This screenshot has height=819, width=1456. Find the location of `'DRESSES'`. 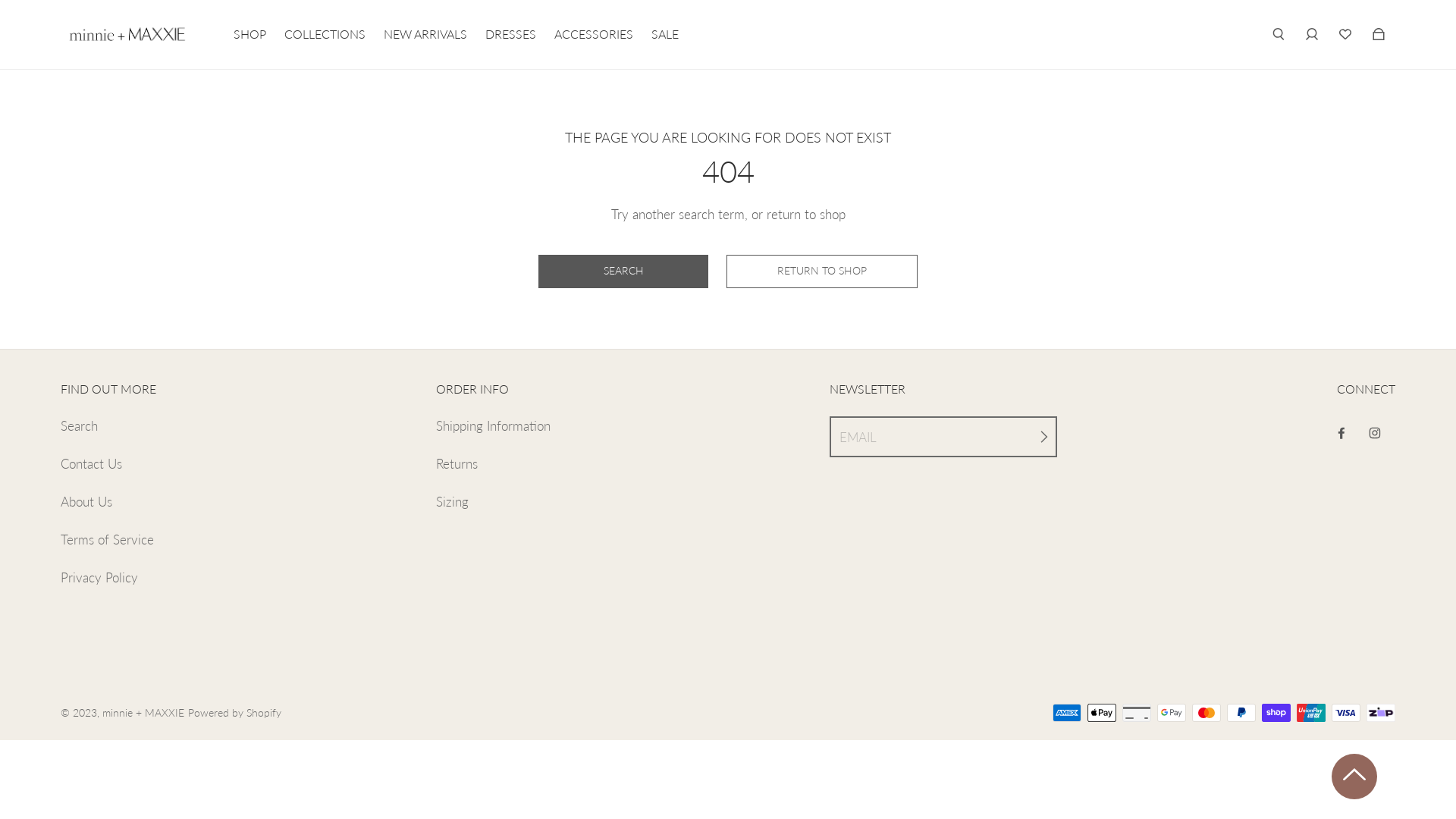

'DRESSES' is located at coordinates (510, 34).